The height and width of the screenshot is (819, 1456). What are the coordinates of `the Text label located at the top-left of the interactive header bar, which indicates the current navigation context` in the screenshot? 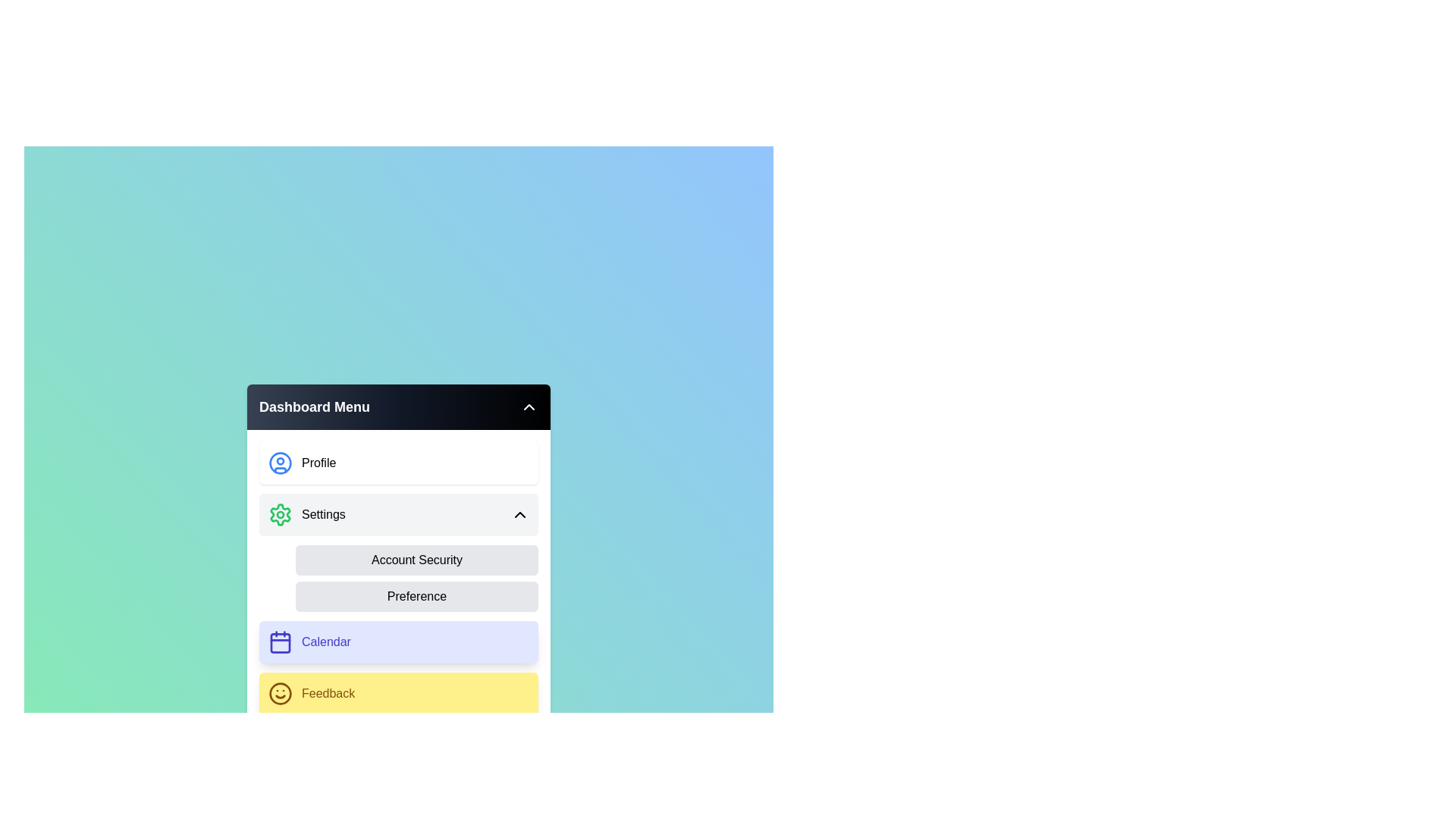 It's located at (314, 406).